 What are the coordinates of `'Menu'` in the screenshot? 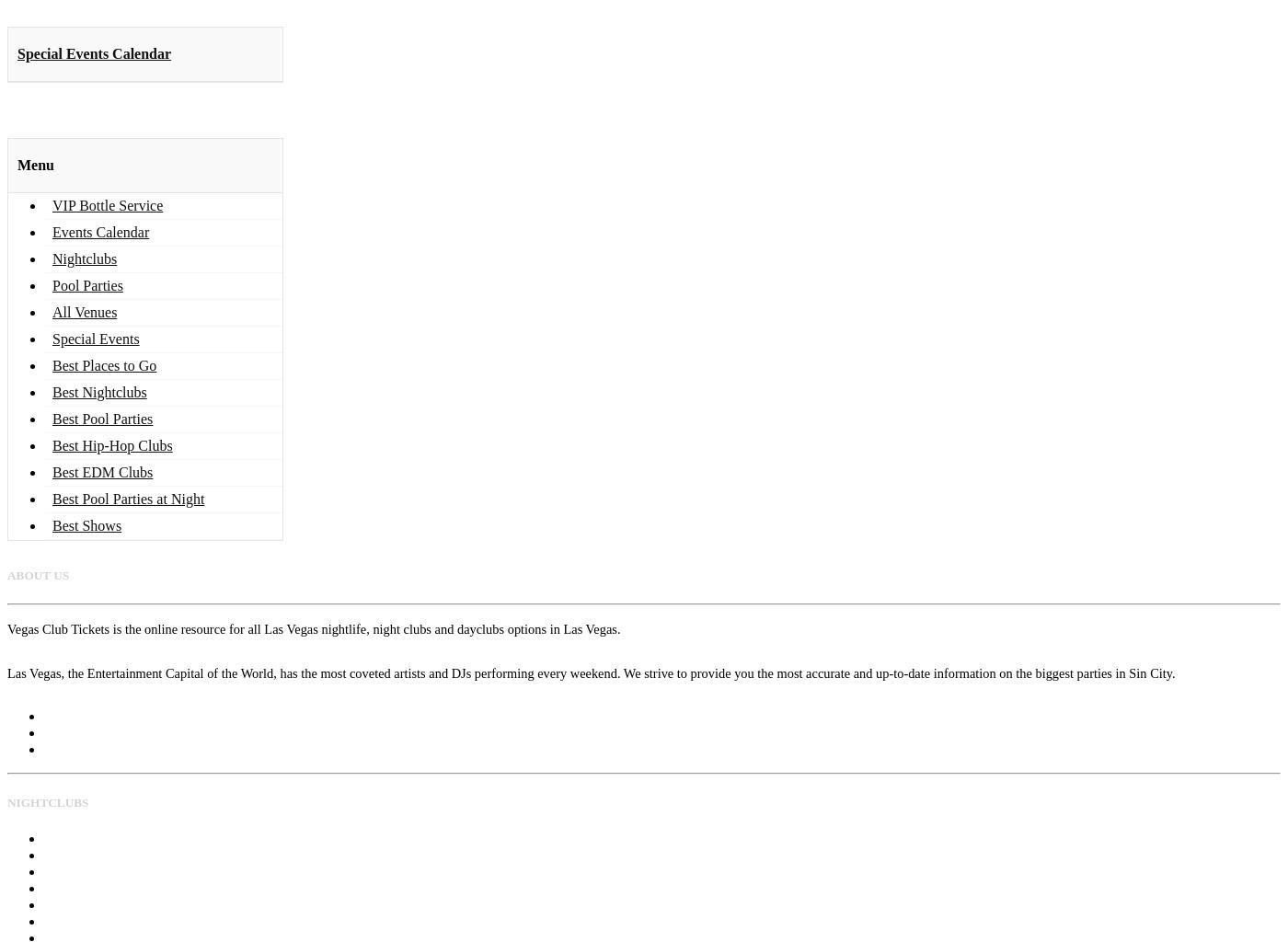 It's located at (36, 164).